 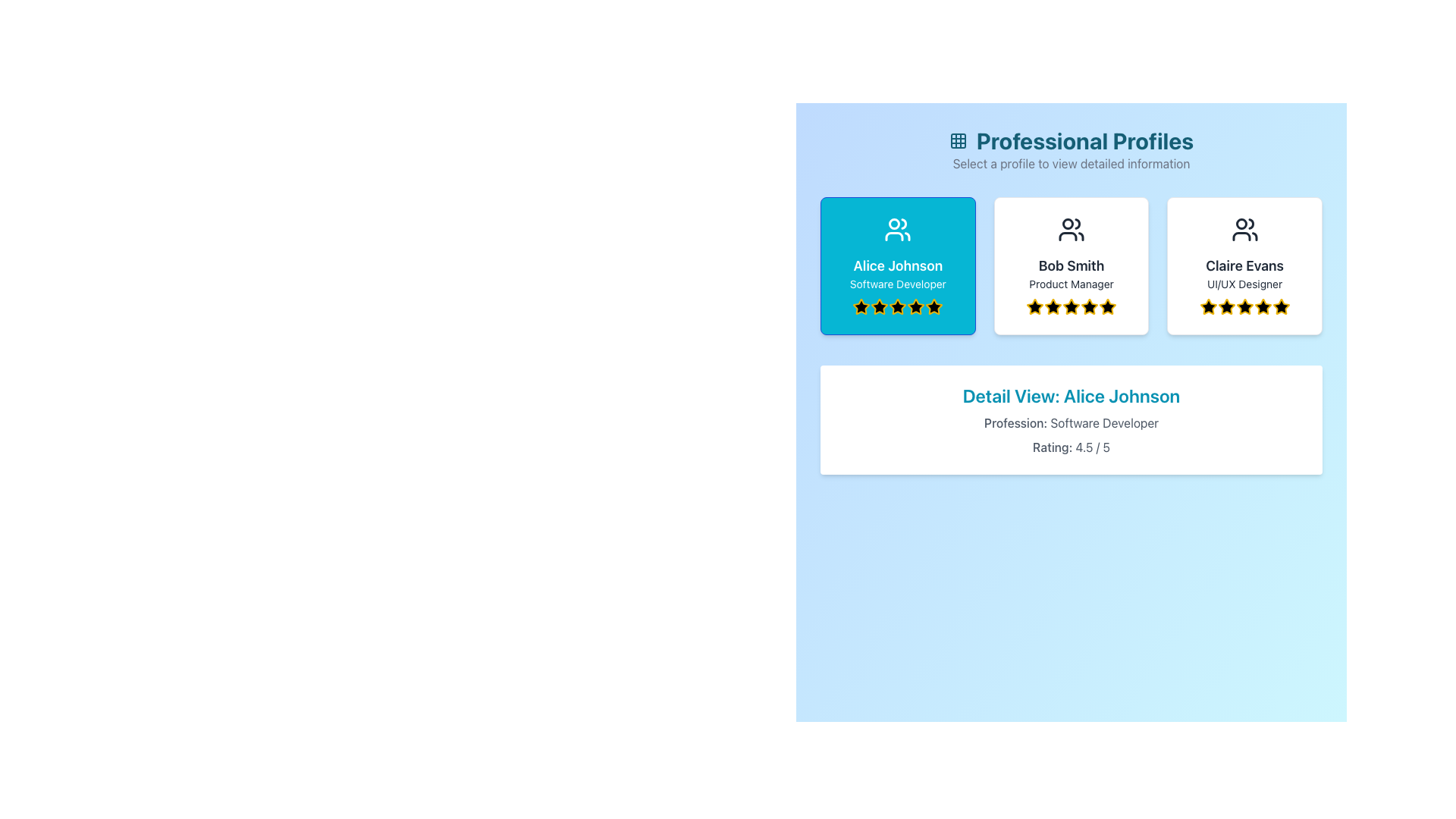 What do you see at coordinates (898, 307) in the screenshot?
I see `the third yellow star rating icon in the profile card for 'Alice Johnson - Software Developer'` at bounding box center [898, 307].